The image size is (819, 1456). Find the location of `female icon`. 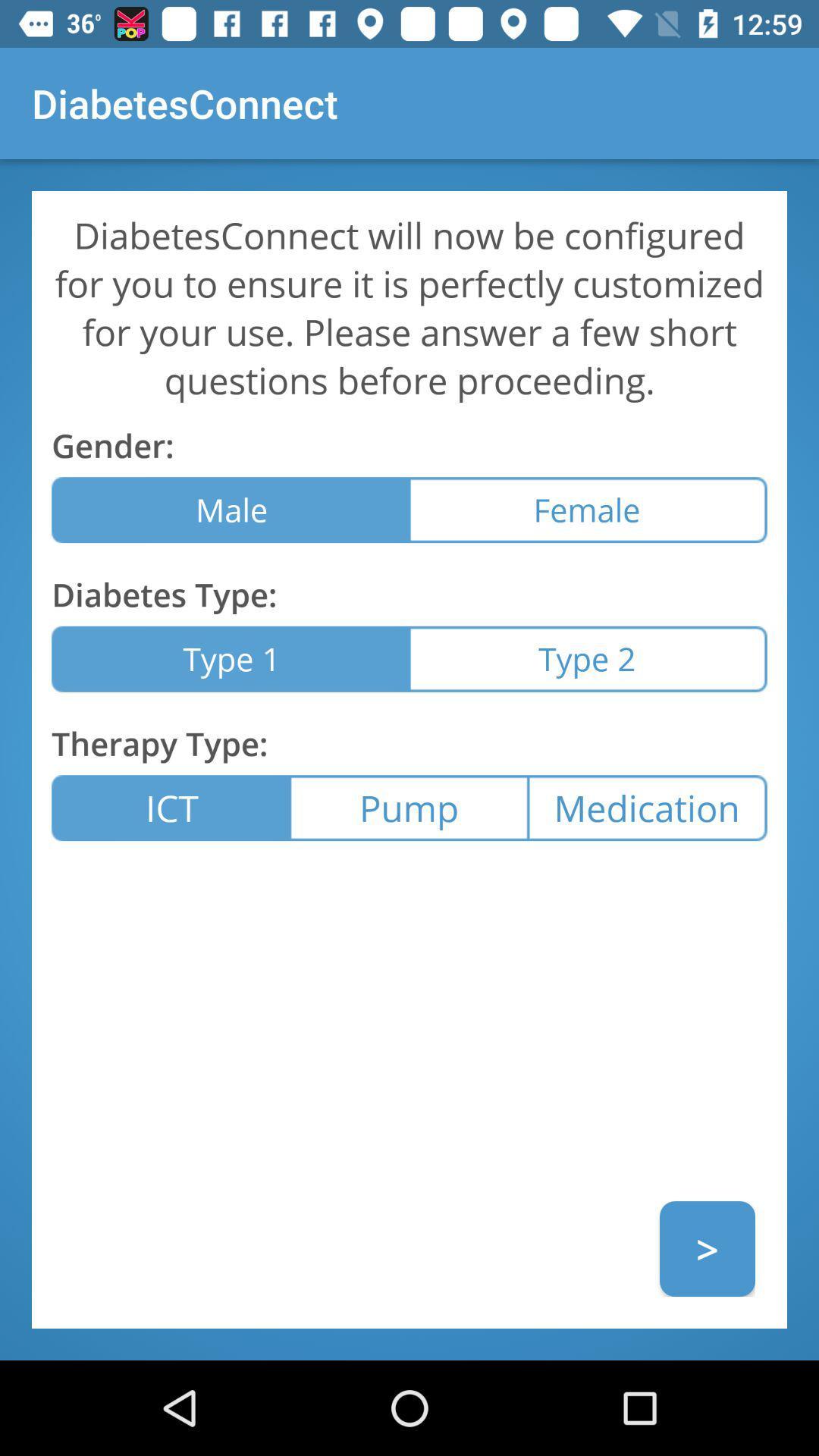

female icon is located at coordinates (587, 510).